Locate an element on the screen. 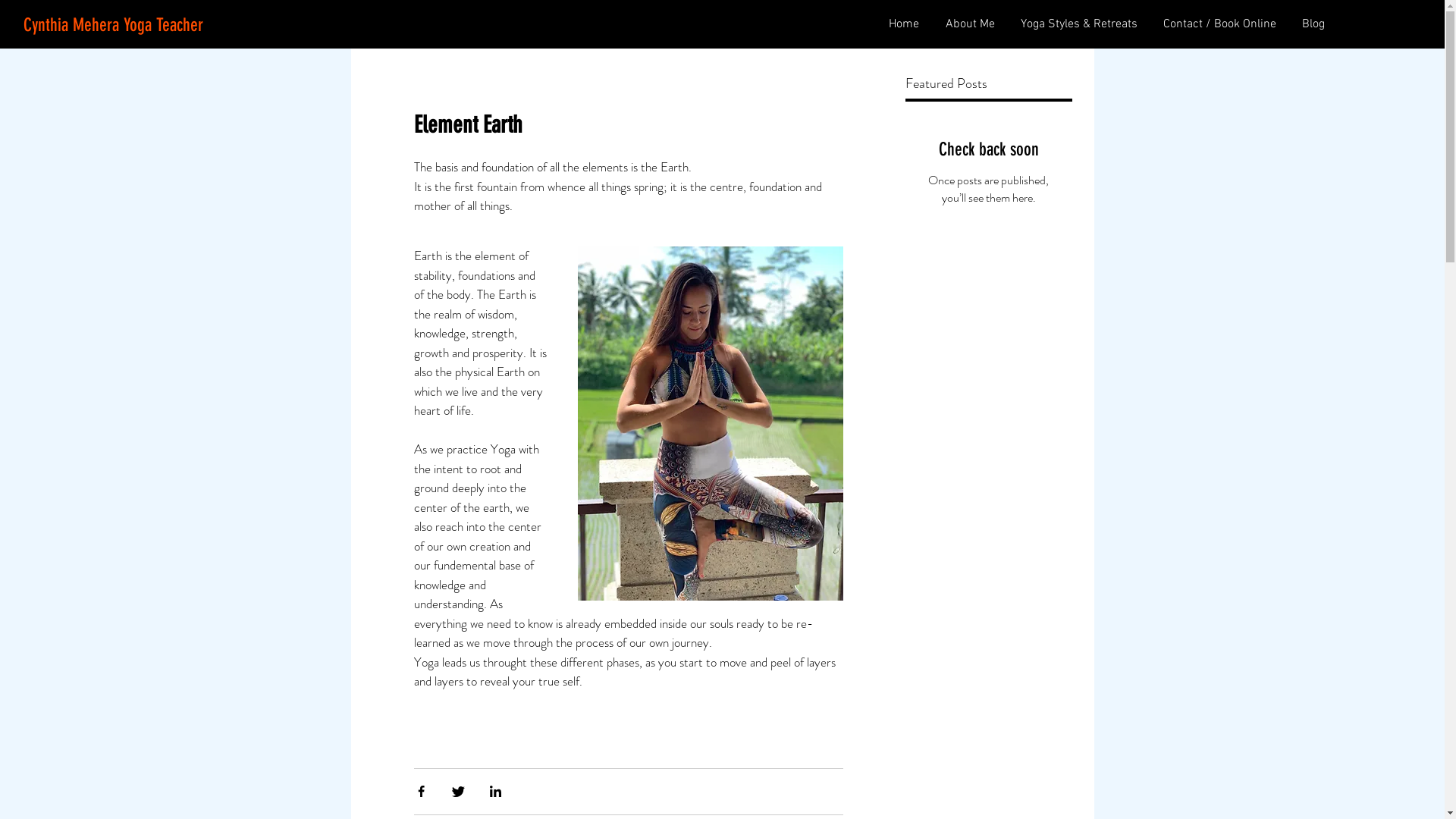 This screenshot has width=1456, height=819. 'Yoga Styles & Retreats' is located at coordinates (1006, 24).